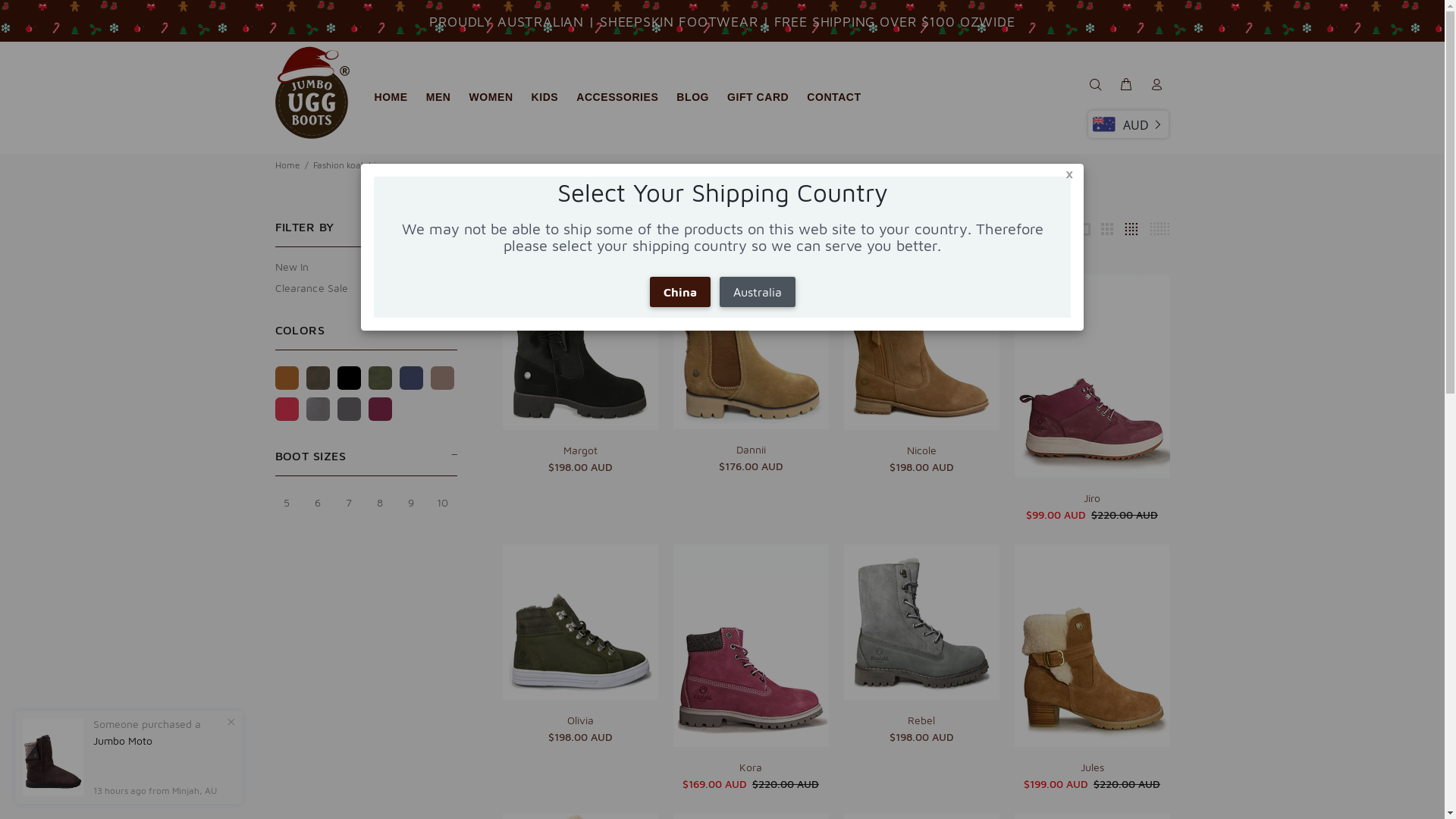 This screenshot has width=1456, height=819. Describe the element at coordinates (648, 292) in the screenshot. I see `'China'` at that location.